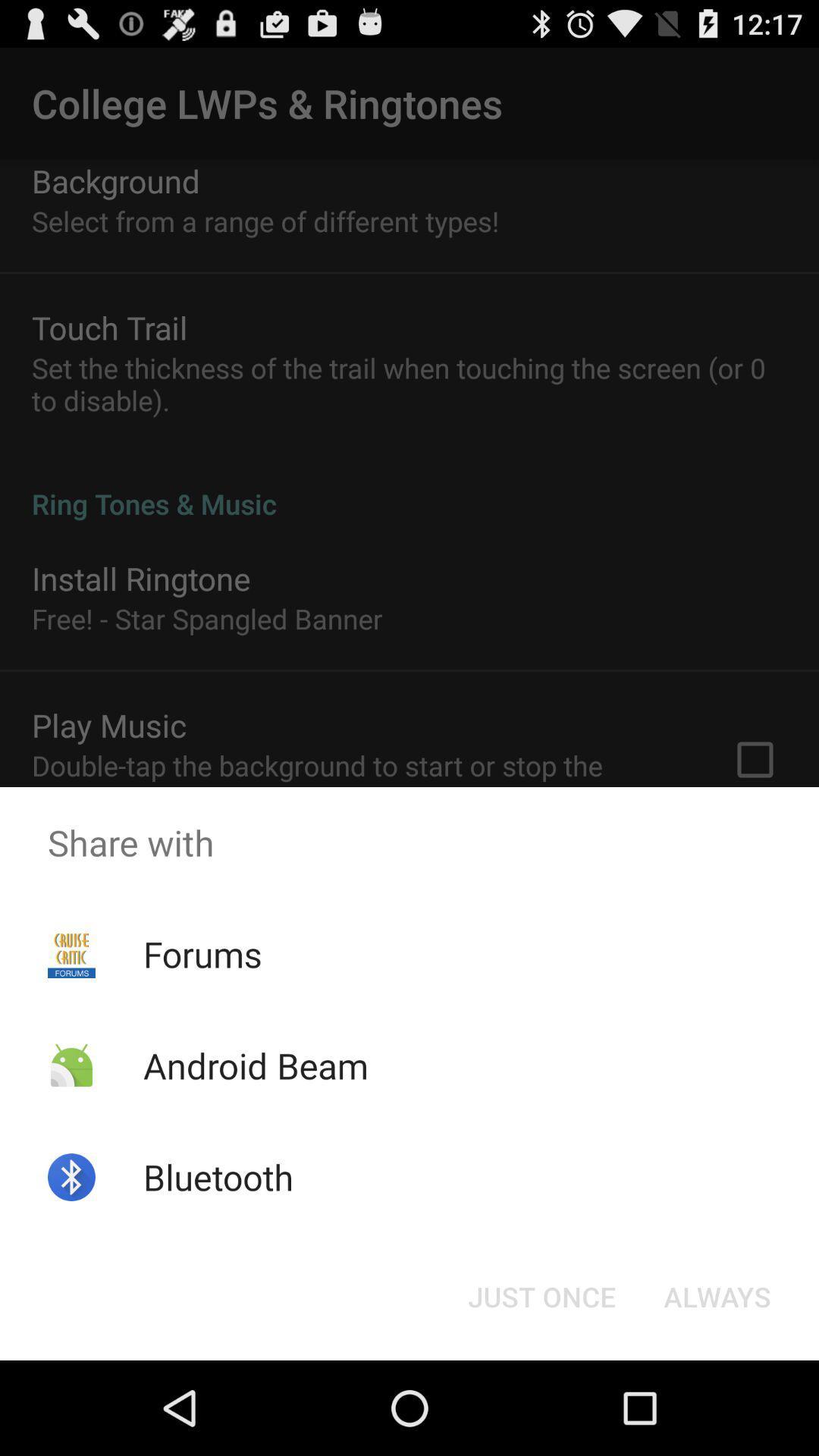  I want to click on item to the left of the always button, so click(541, 1295).